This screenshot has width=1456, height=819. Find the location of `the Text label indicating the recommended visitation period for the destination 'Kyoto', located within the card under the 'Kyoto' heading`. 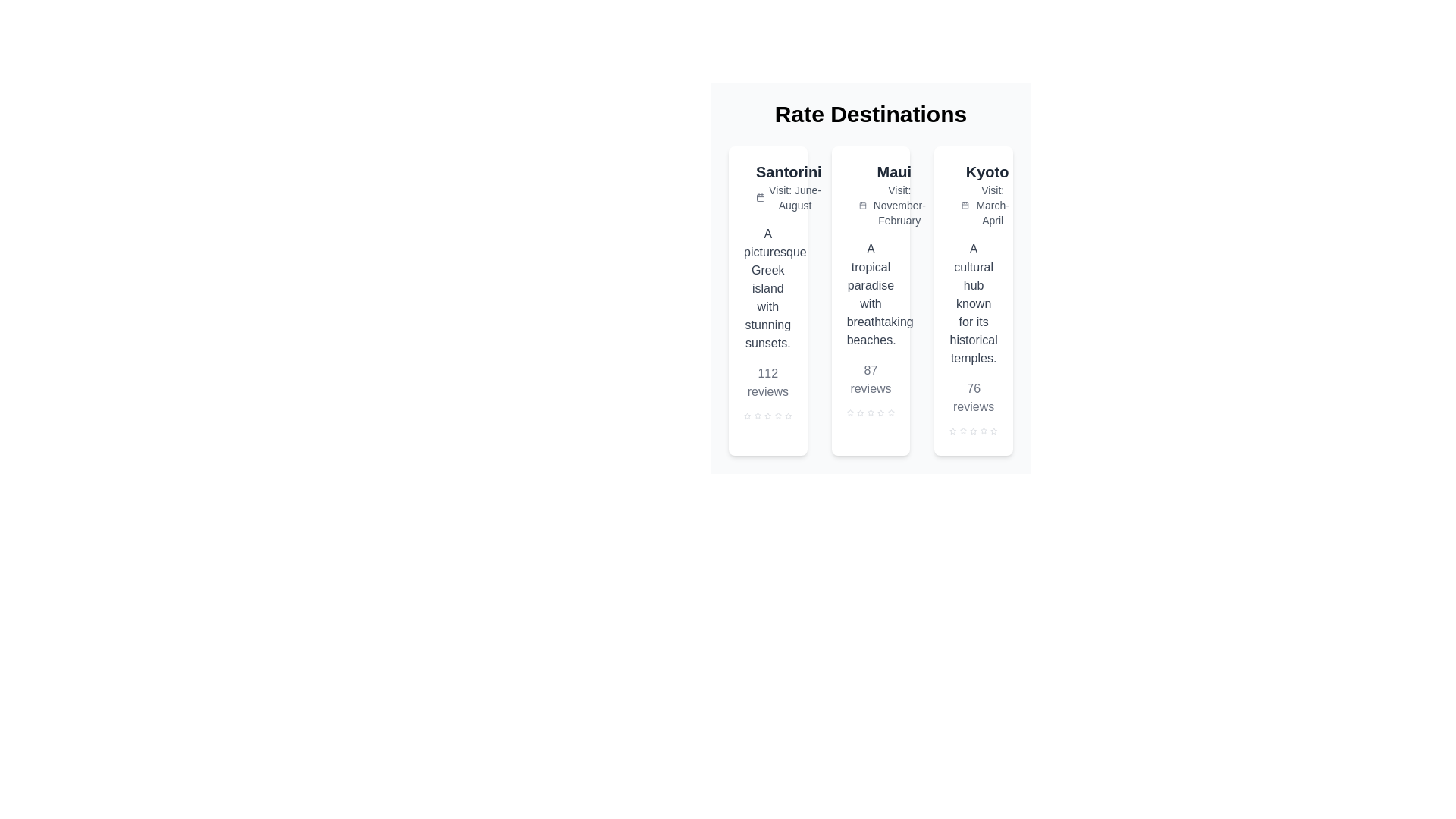

the Text label indicating the recommended visitation period for the destination 'Kyoto', located within the card under the 'Kyoto' heading is located at coordinates (987, 205).